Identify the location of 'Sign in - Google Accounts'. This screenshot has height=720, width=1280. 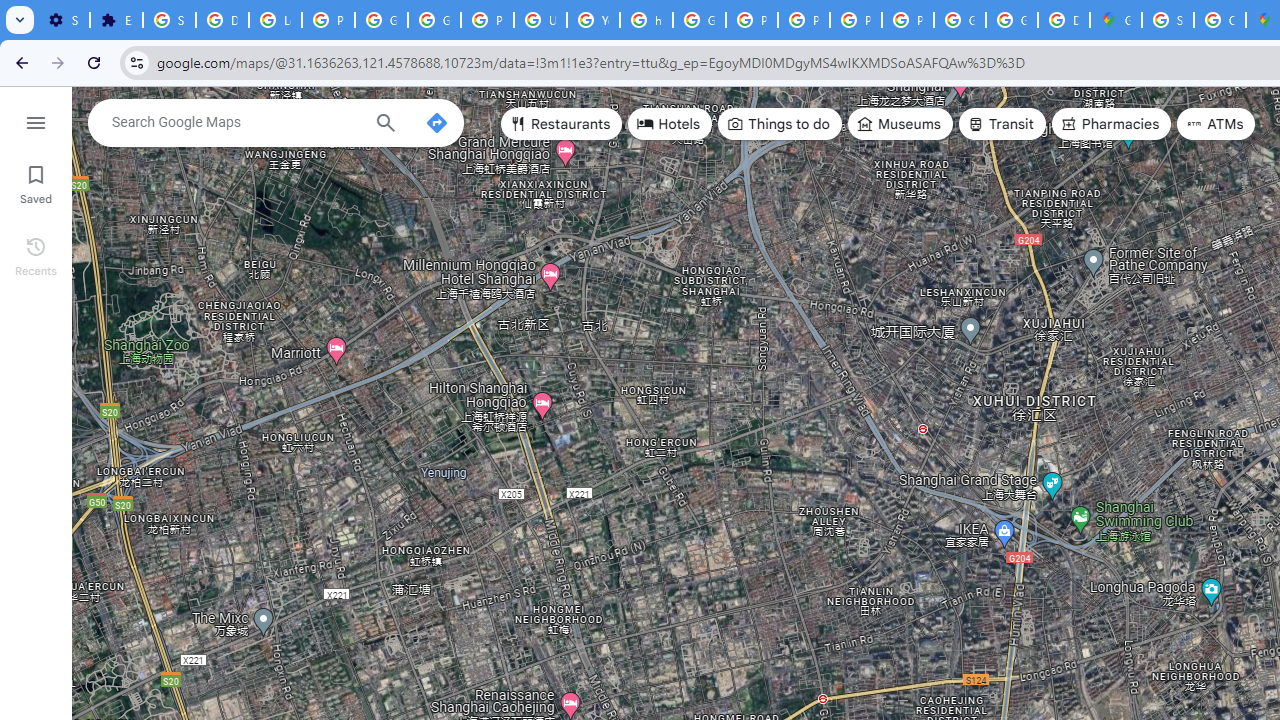
(169, 20).